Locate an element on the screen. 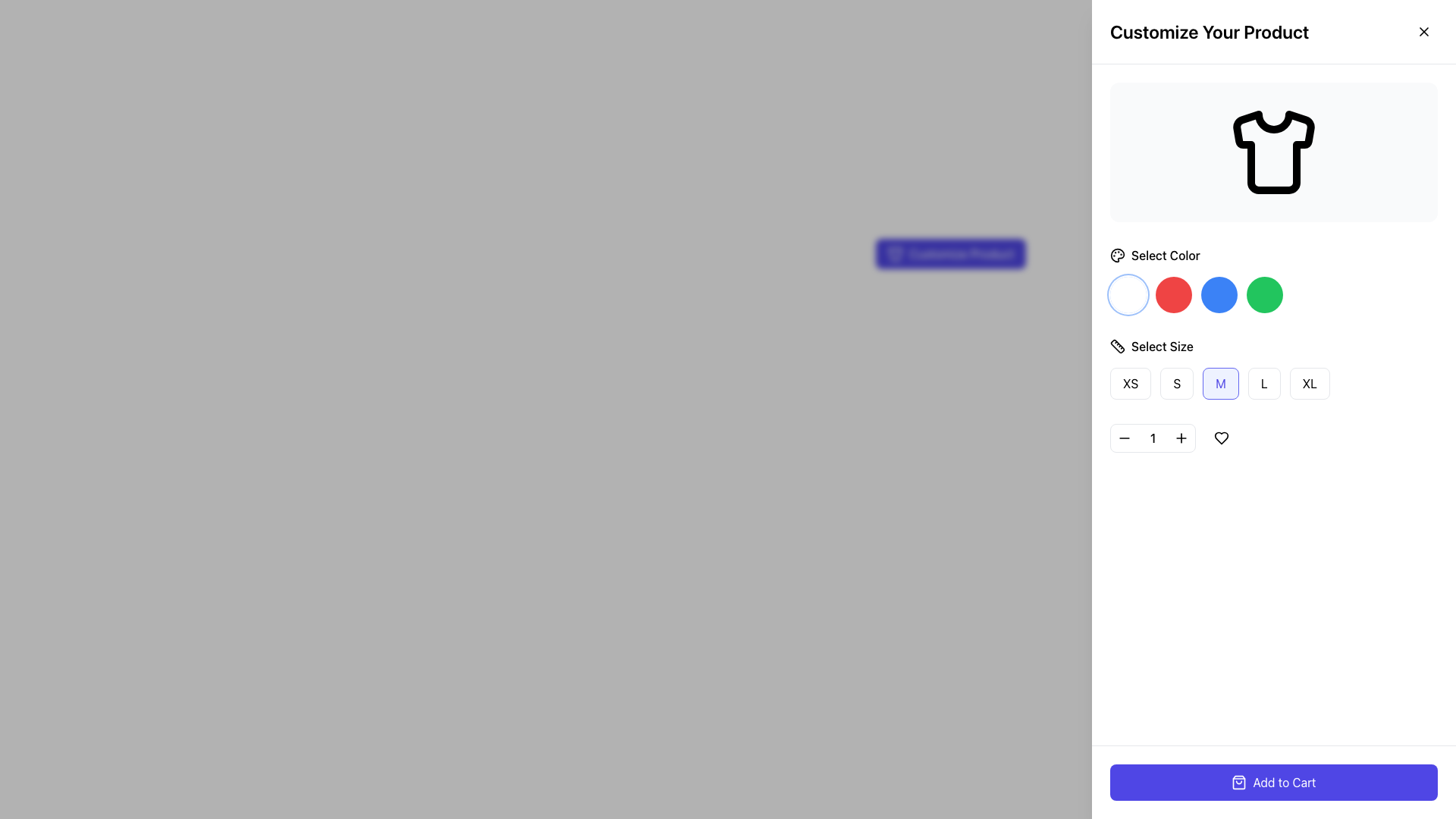 This screenshot has height=819, width=1456. the close button represented by the 'X' icon located at the top-right corner of the 'Customize Your Product' interface to observe its highlighting effect is located at coordinates (1423, 32).